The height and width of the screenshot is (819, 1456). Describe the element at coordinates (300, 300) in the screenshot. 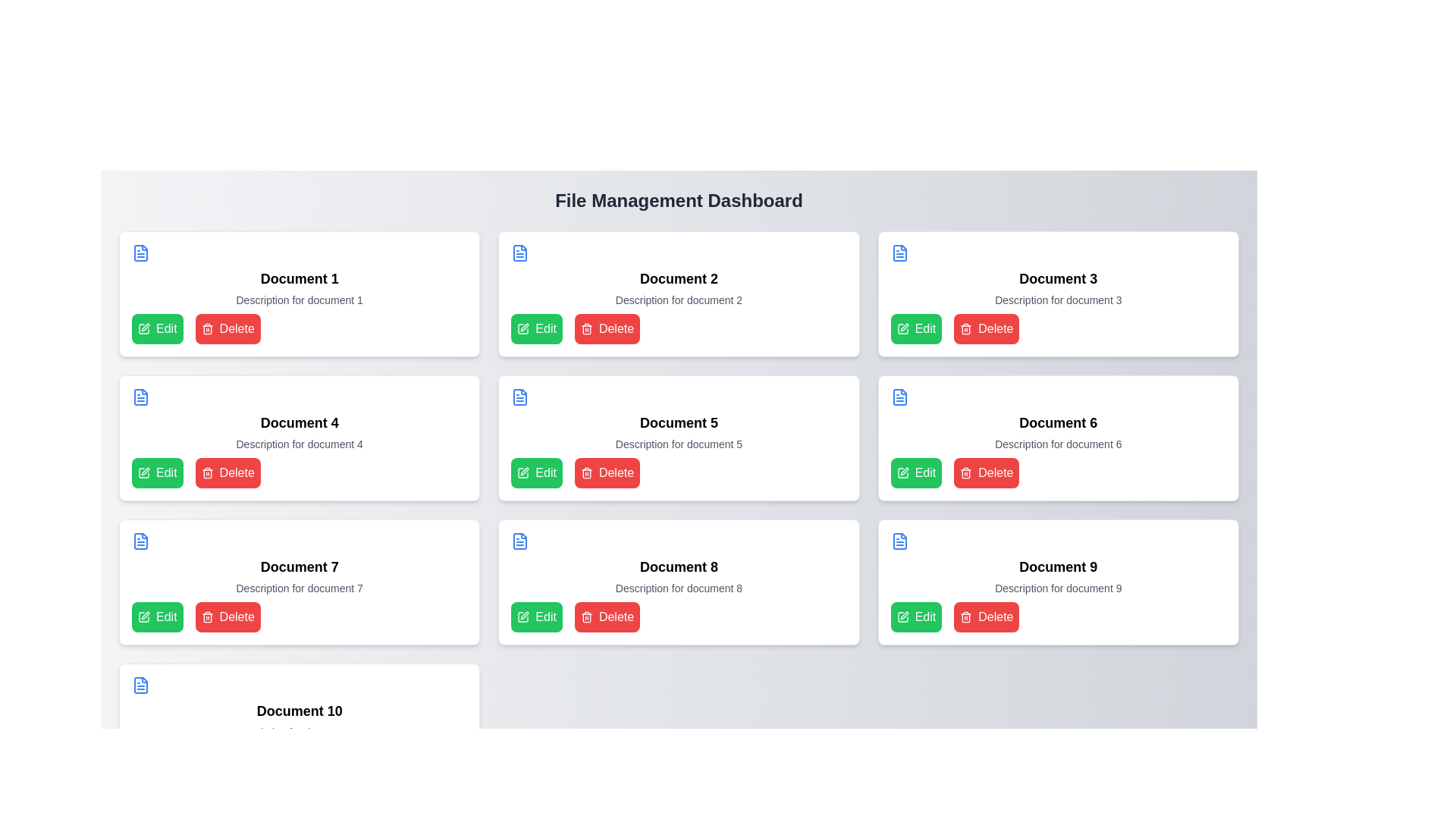

I see `the non-interactive text element that provides a description for 'Document 1', located within the first document card in the file management dashboard` at that location.